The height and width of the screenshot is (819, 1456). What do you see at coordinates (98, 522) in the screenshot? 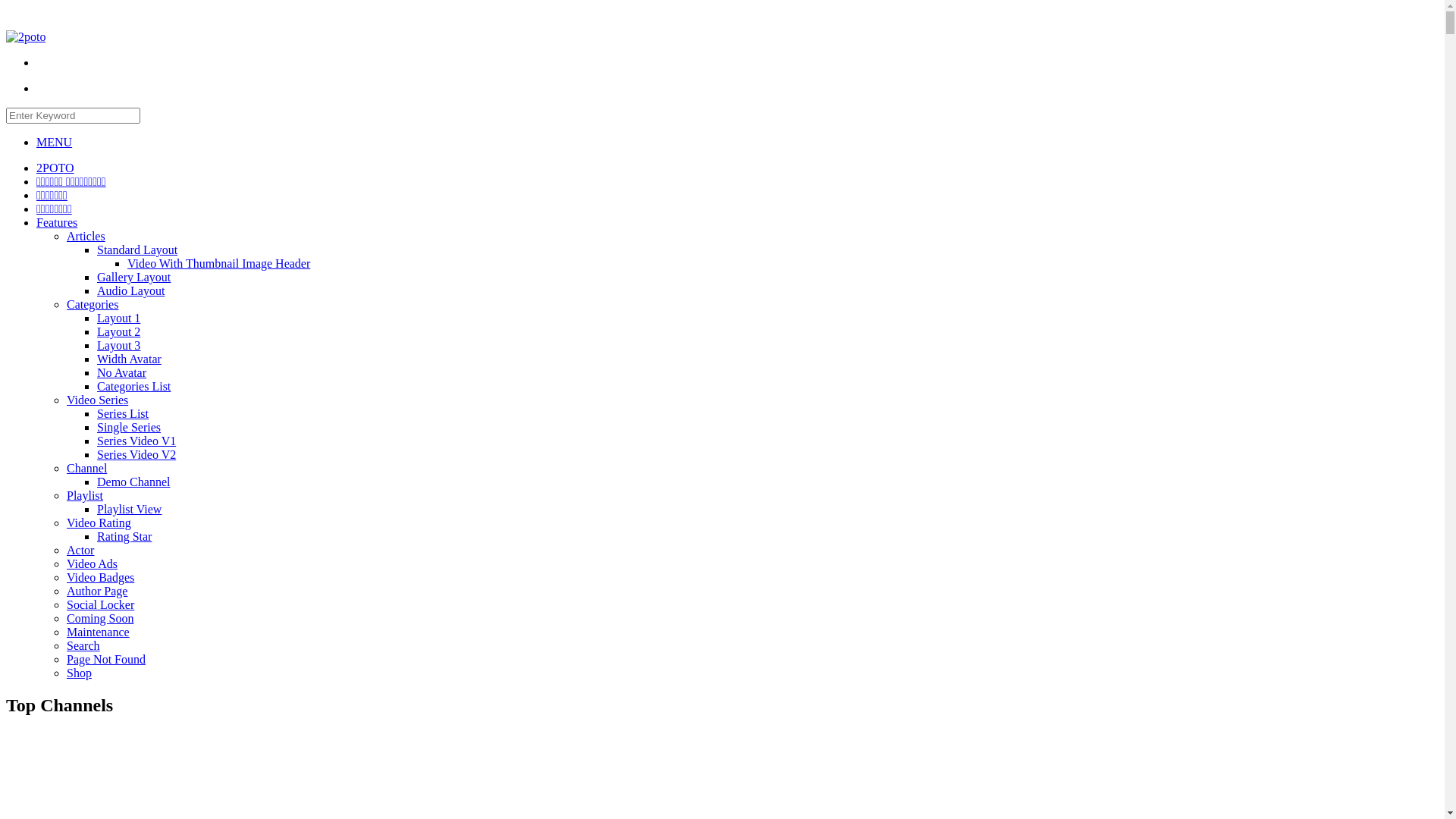
I see `'Video Rating'` at bounding box center [98, 522].